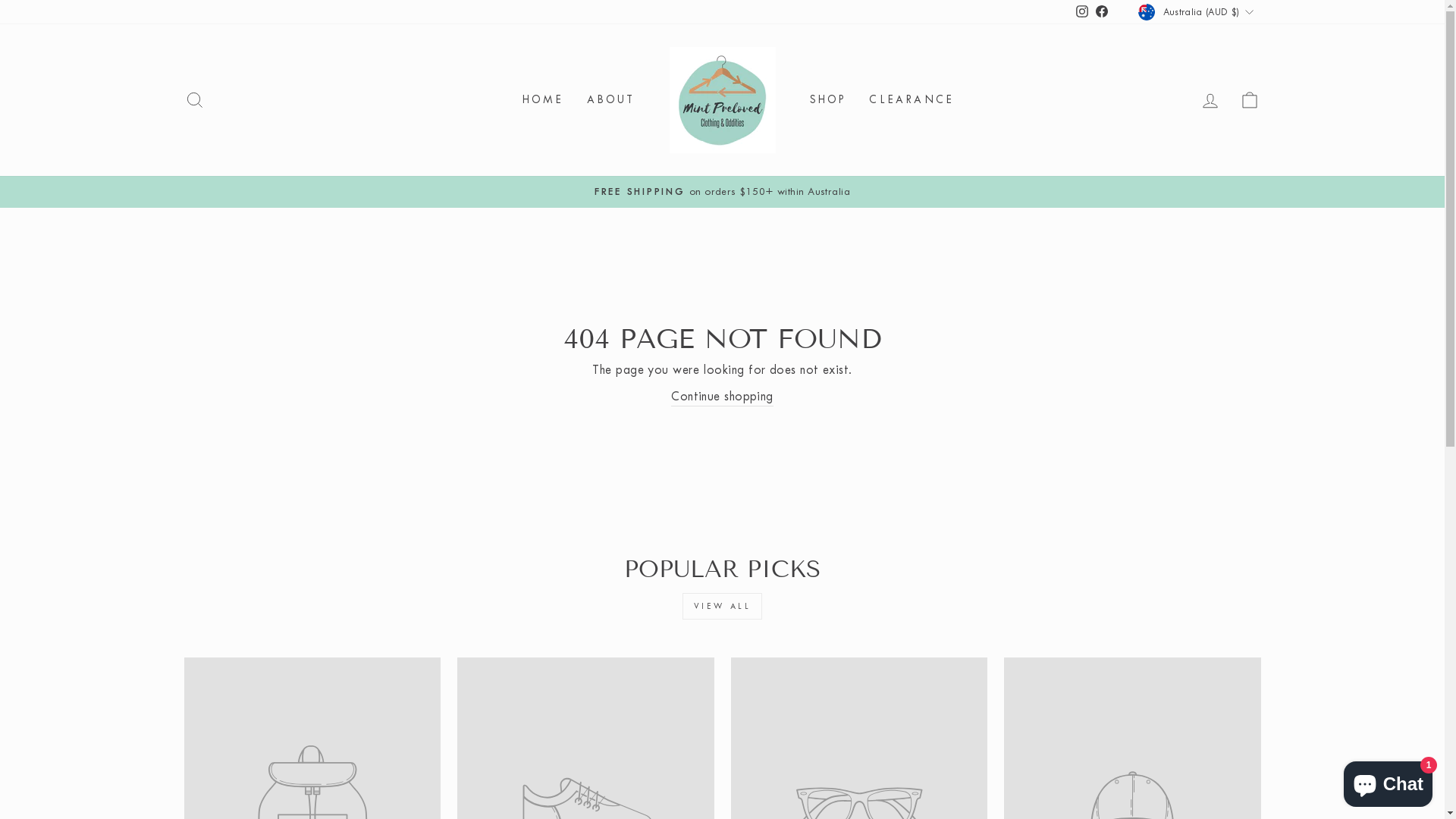 Image resolution: width=1456 pixels, height=819 pixels. I want to click on 'Continue shopping', so click(721, 396).